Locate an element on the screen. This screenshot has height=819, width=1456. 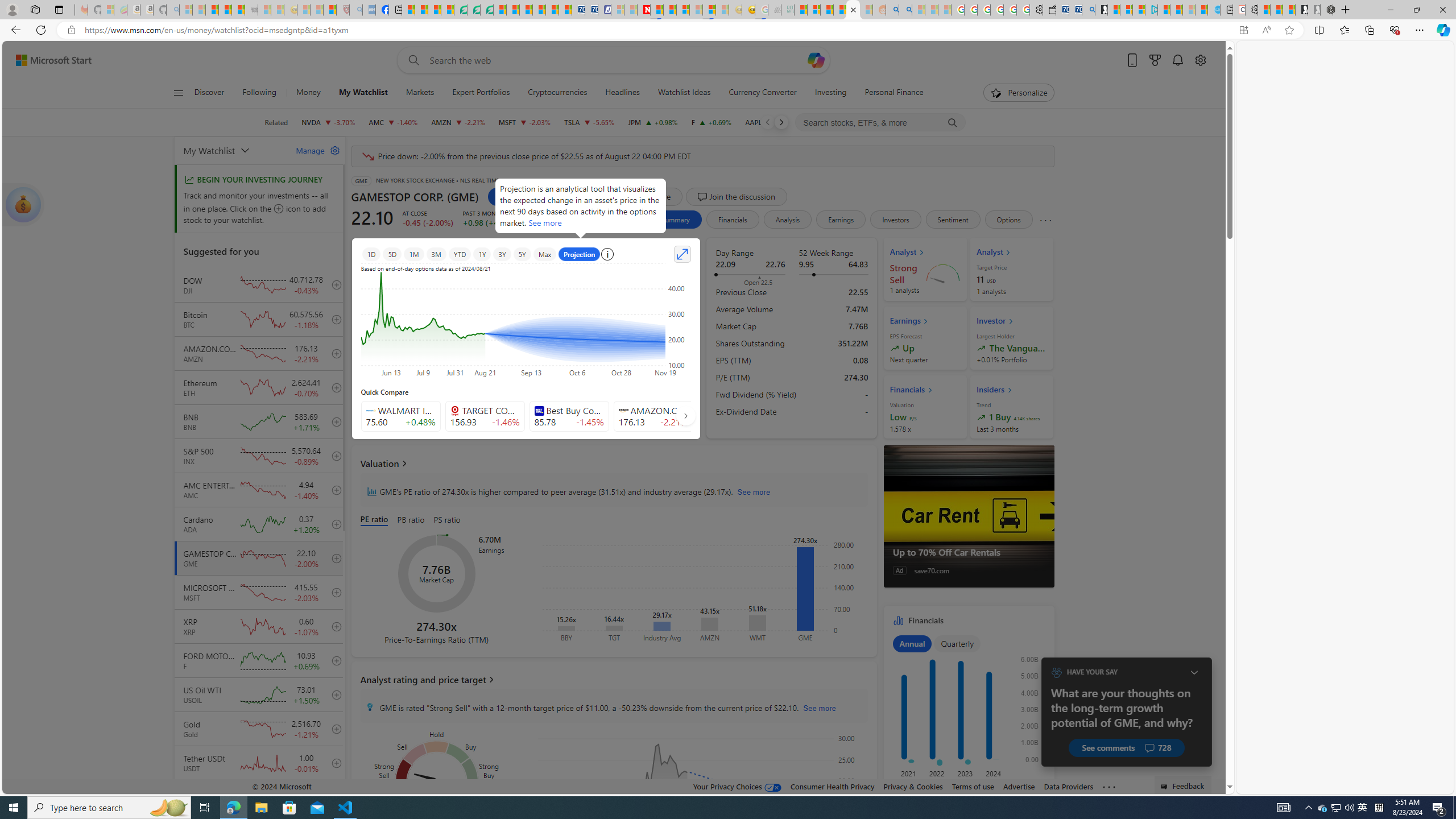
'Ad' is located at coordinates (899, 570).